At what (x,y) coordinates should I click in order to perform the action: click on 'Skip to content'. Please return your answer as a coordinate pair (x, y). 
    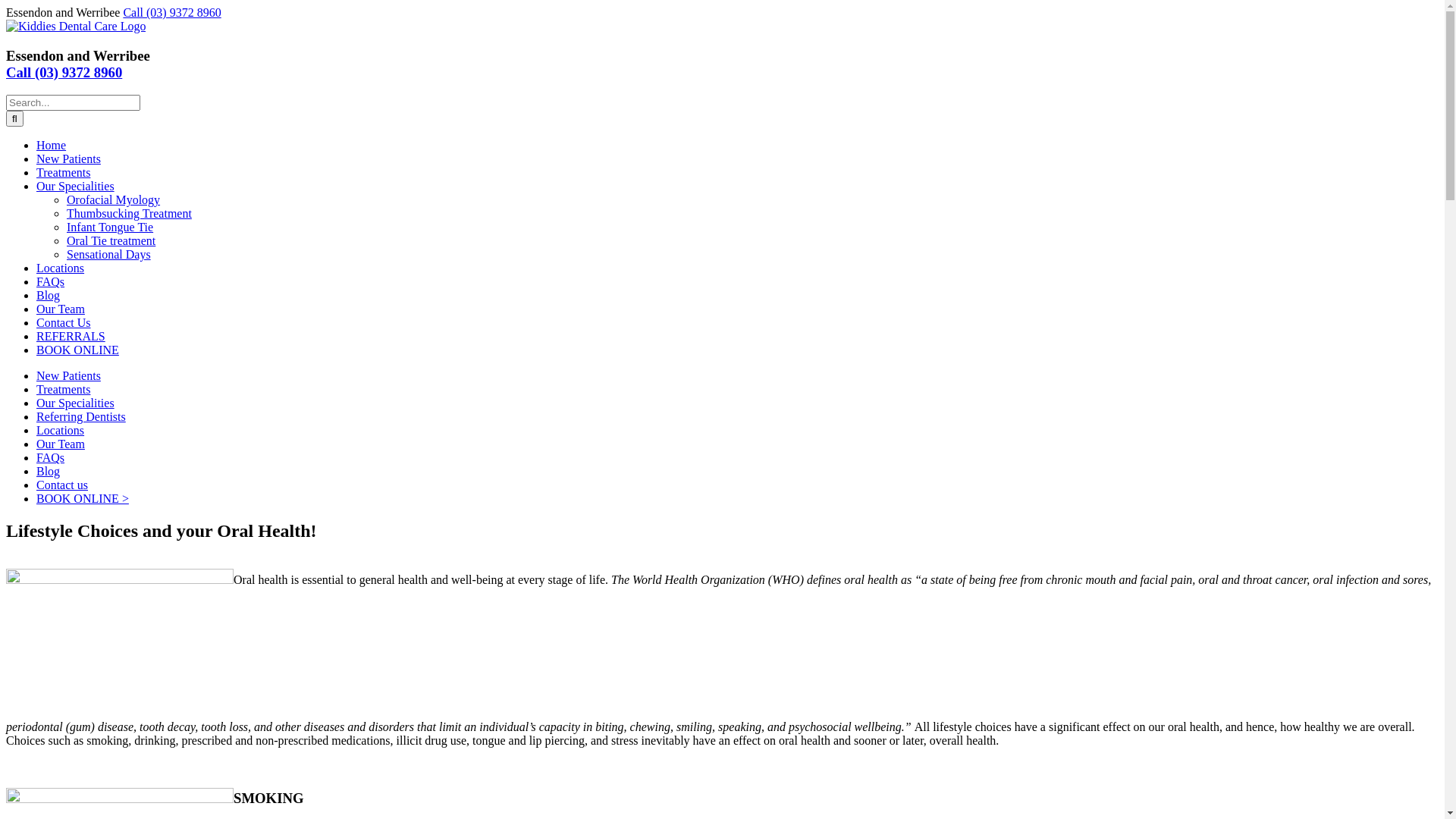
    Looking at the image, I should click on (5, 5).